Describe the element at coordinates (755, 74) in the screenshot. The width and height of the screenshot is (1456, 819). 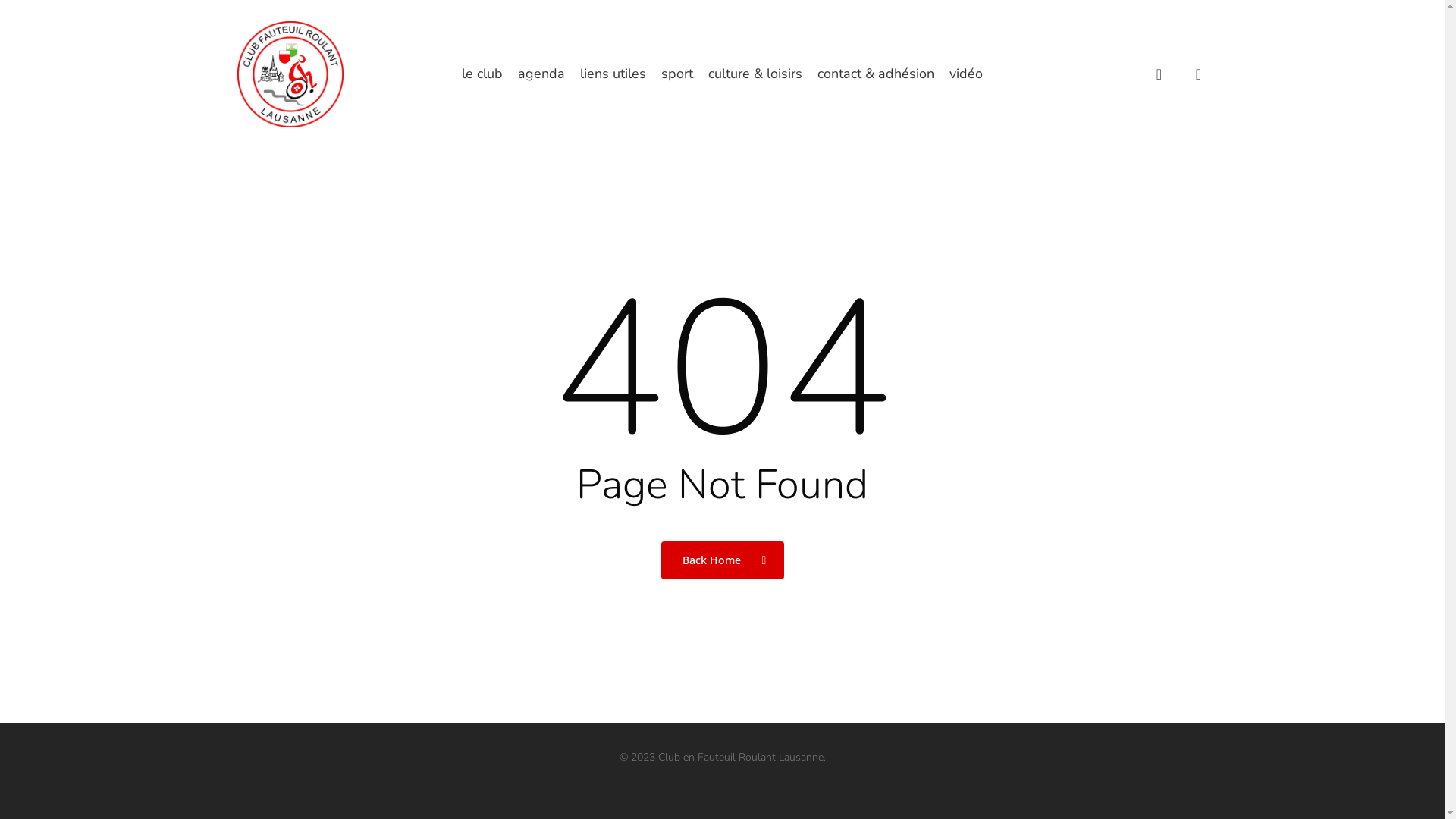
I see `'culture & loisirs'` at that location.